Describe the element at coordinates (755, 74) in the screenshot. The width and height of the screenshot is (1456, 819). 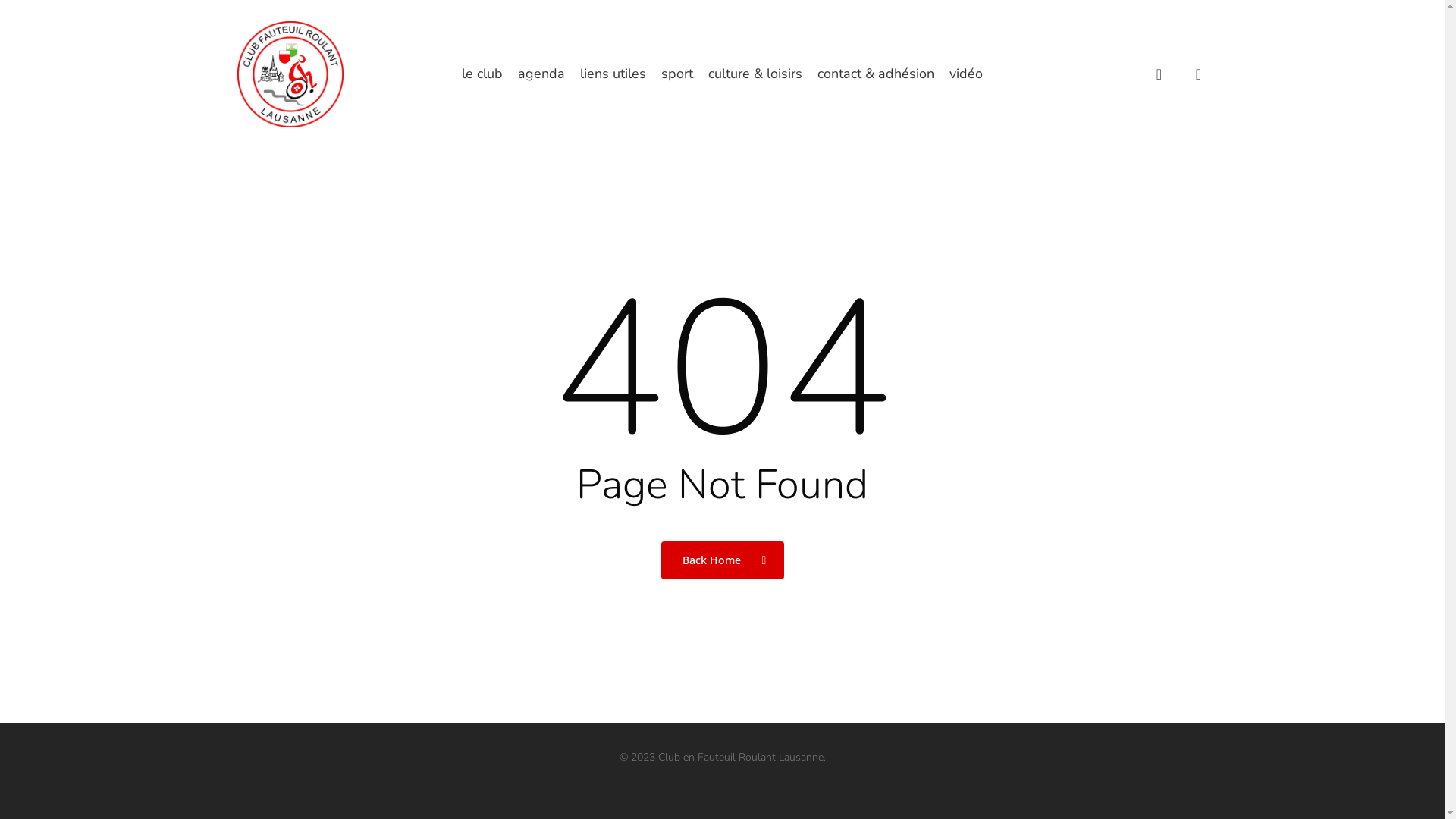
I see `'culture & loisirs'` at that location.